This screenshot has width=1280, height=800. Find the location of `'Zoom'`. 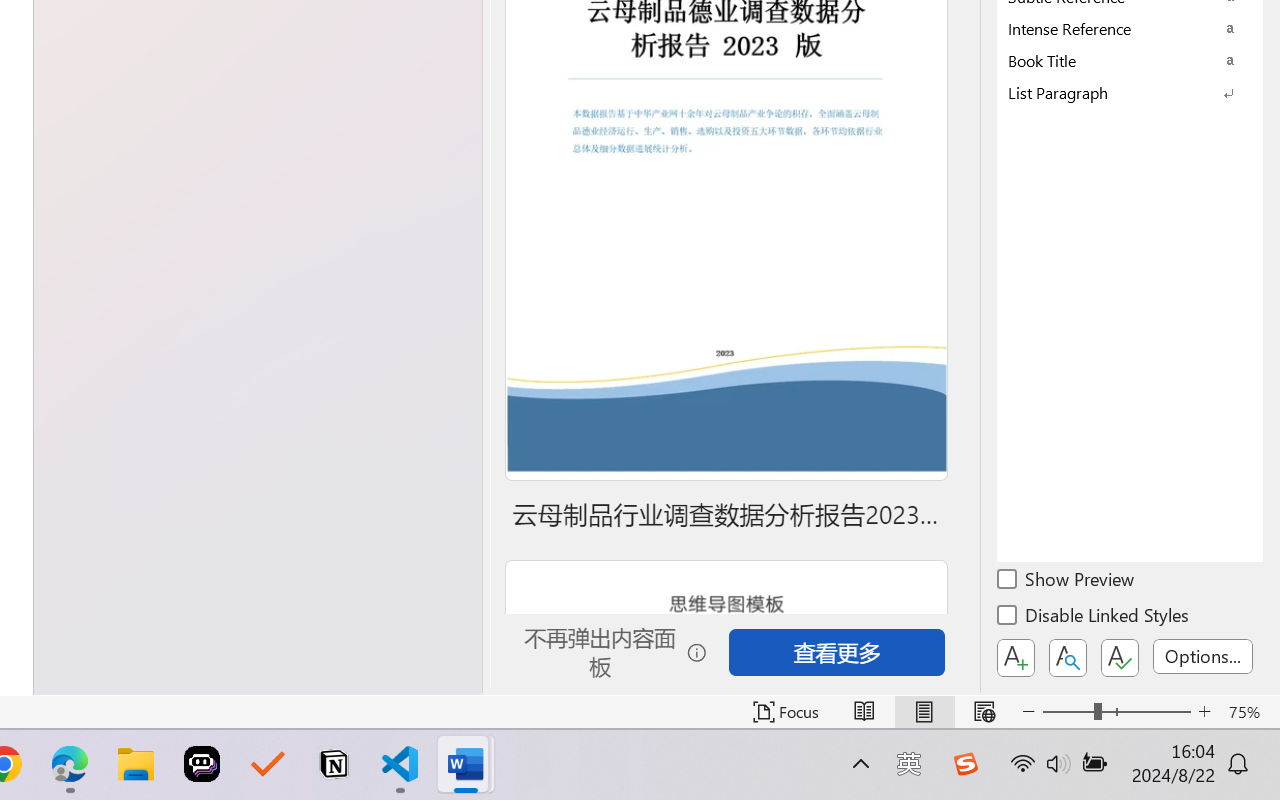

'Zoom' is located at coordinates (1115, 711).